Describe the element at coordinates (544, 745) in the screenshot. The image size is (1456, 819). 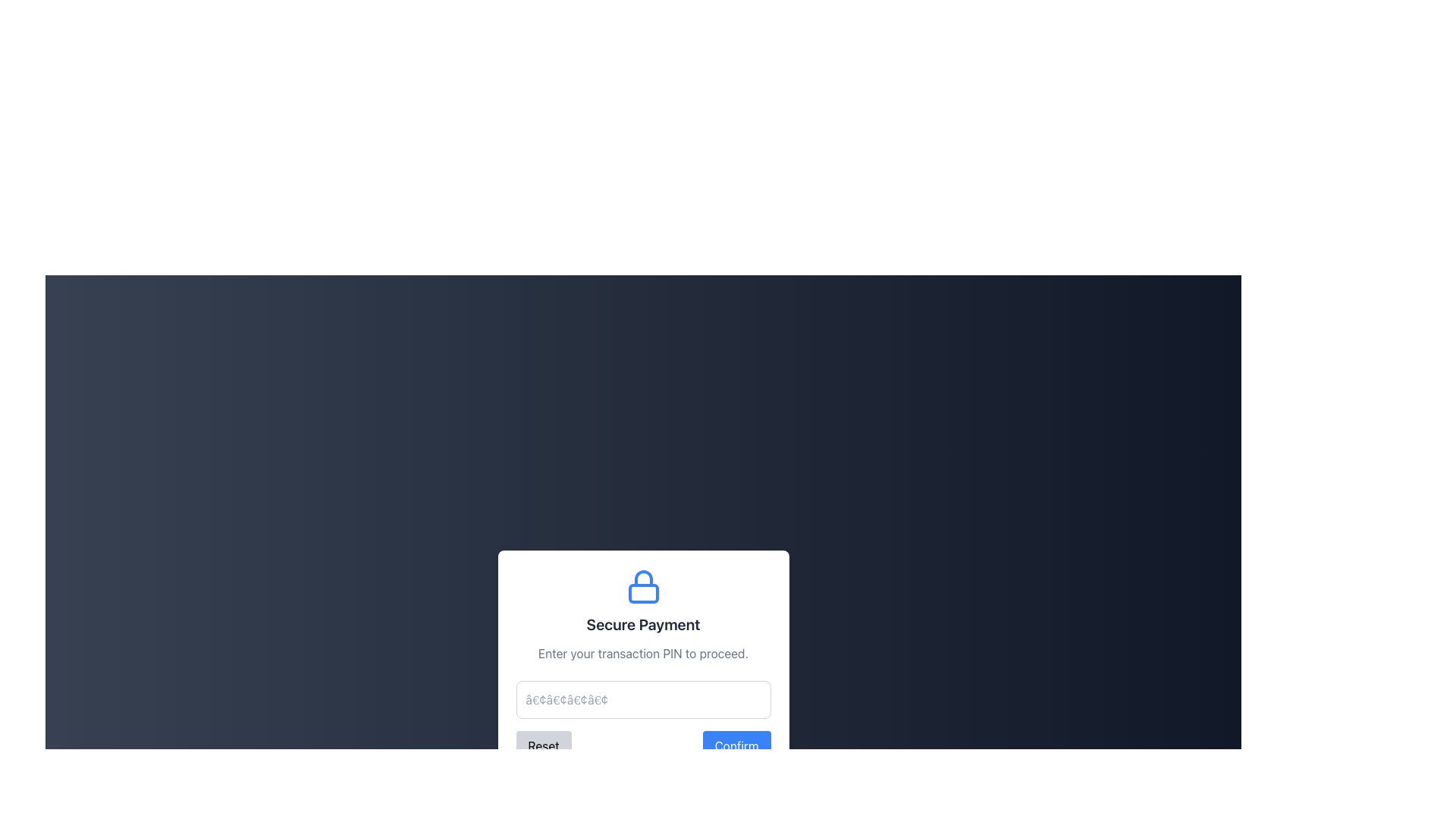
I see `the 'Reset' button, which is a rectangular button with rounded corners and a light gray background, located in the lower-left corner of a modal dialog box` at that location.